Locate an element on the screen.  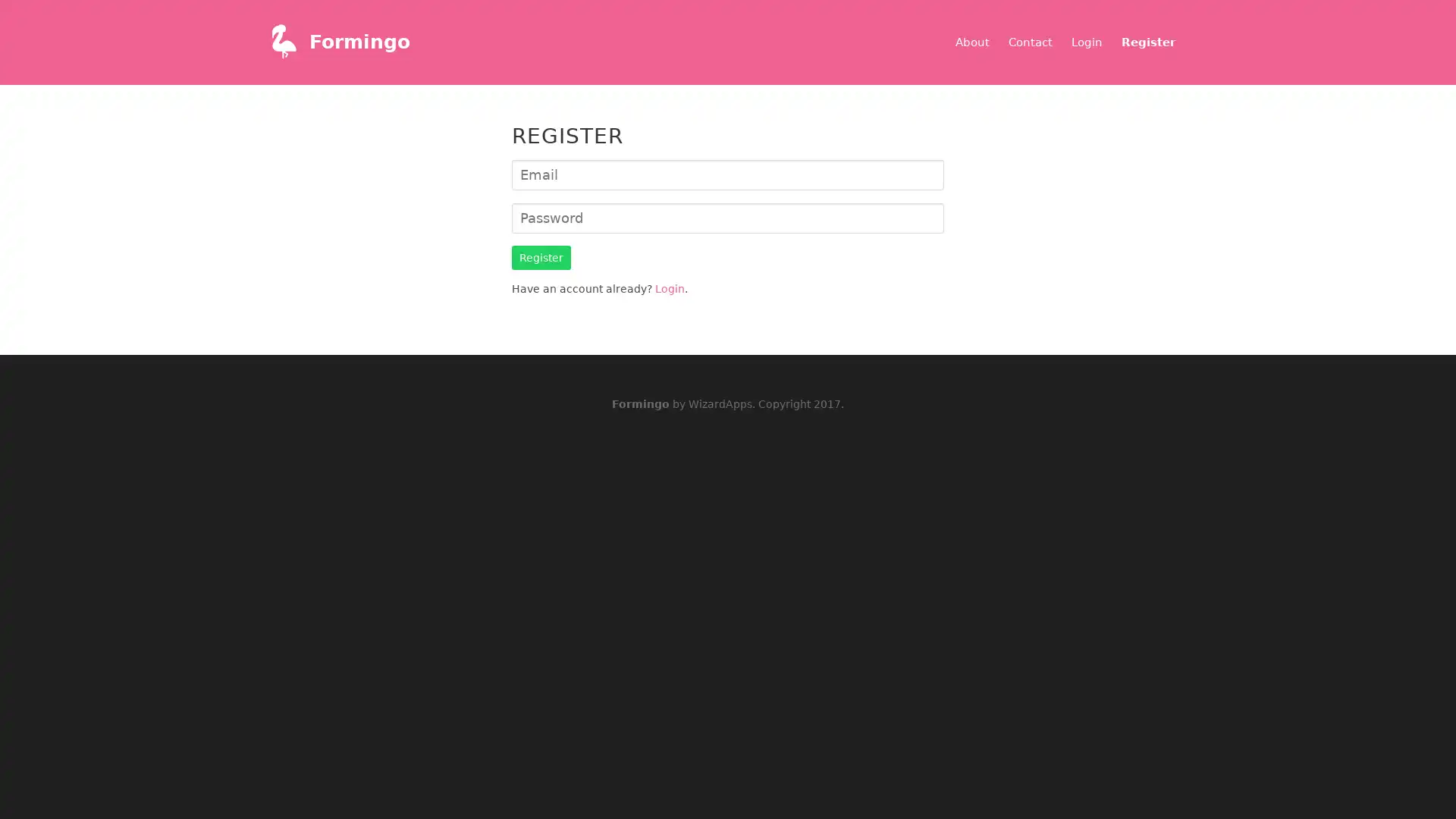
Register is located at coordinates (541, 256).